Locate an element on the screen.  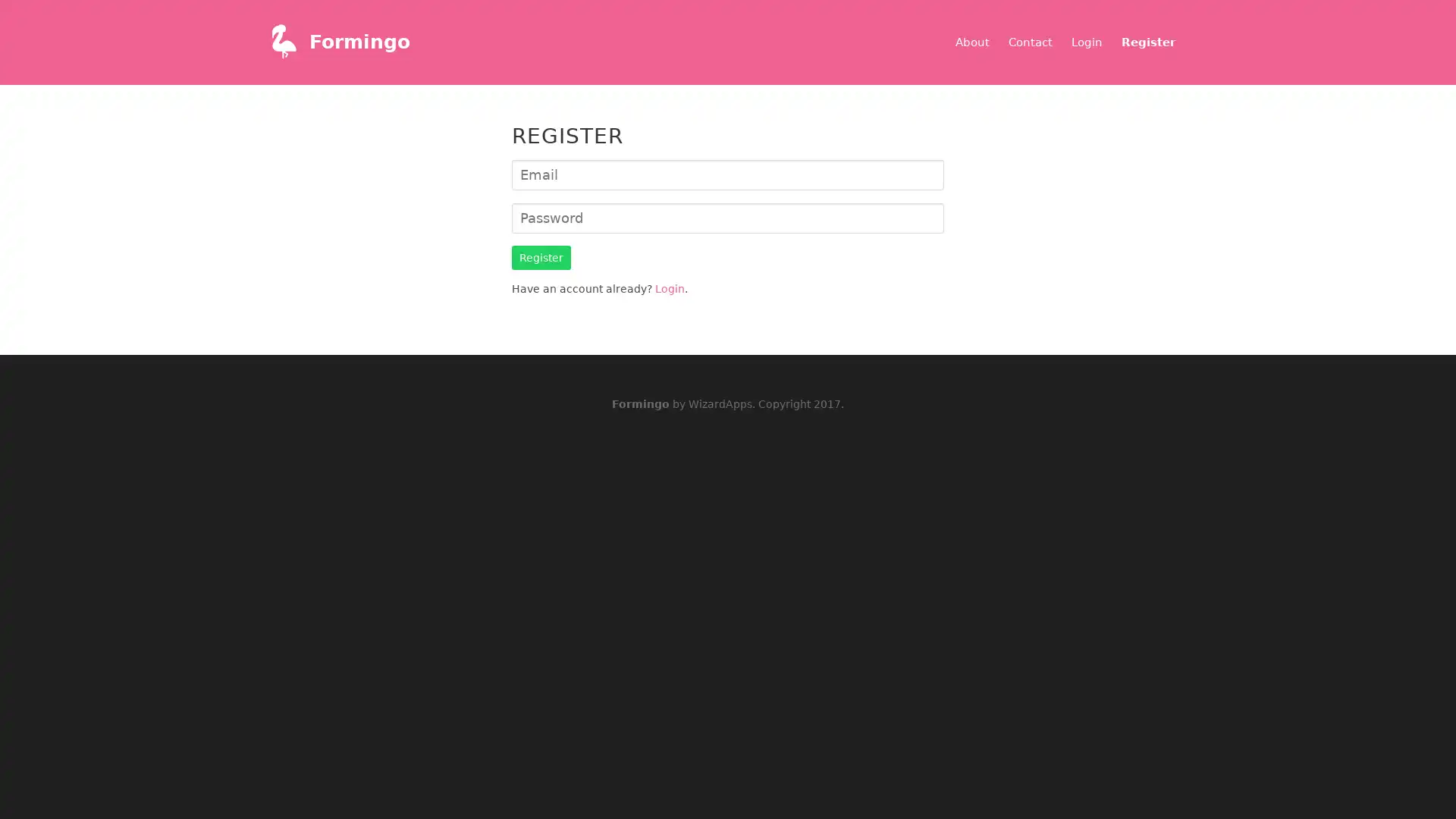
Register is located at coordinates (541, 256).